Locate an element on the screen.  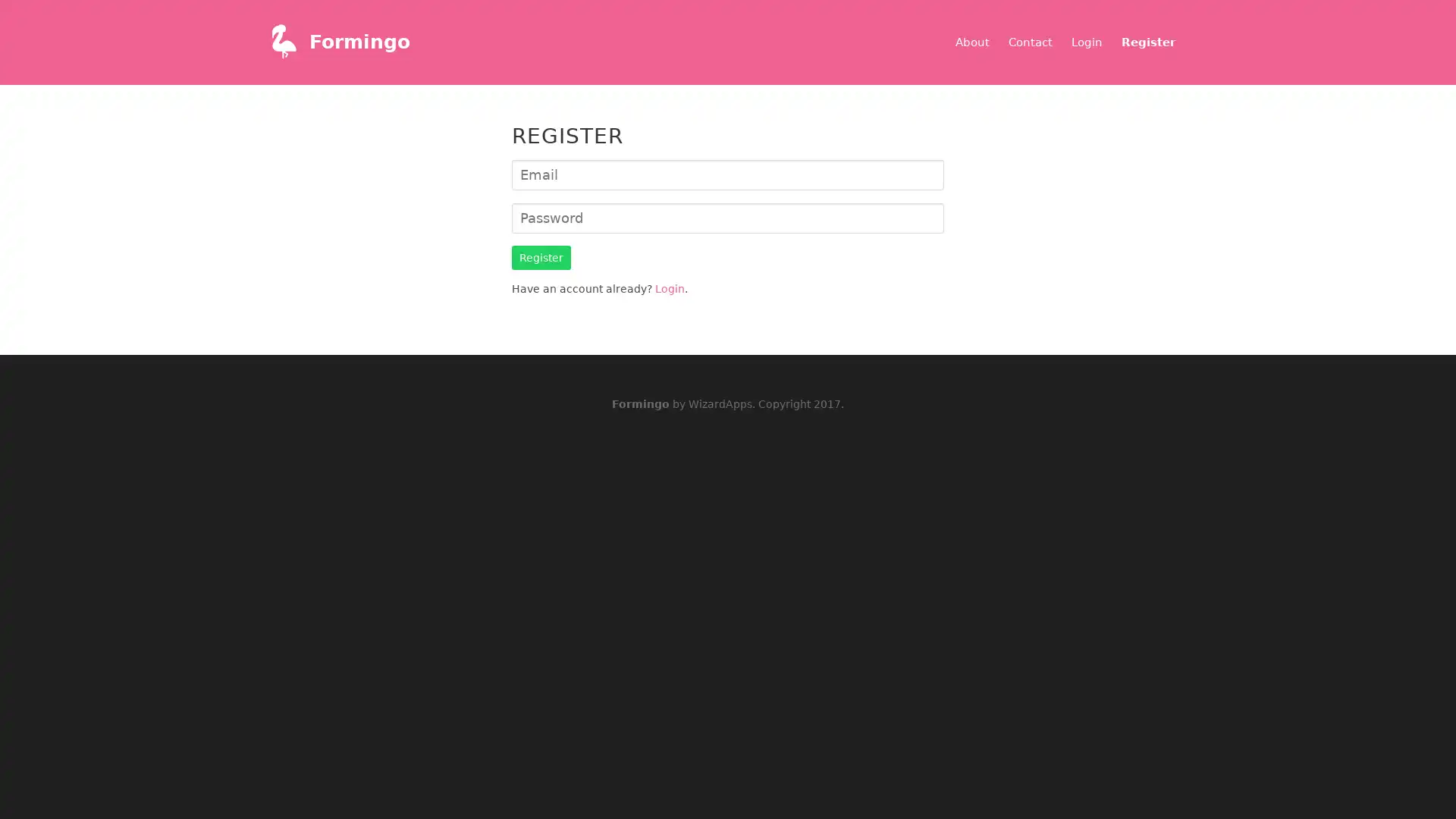
Register is located at coordinates (541, 256).